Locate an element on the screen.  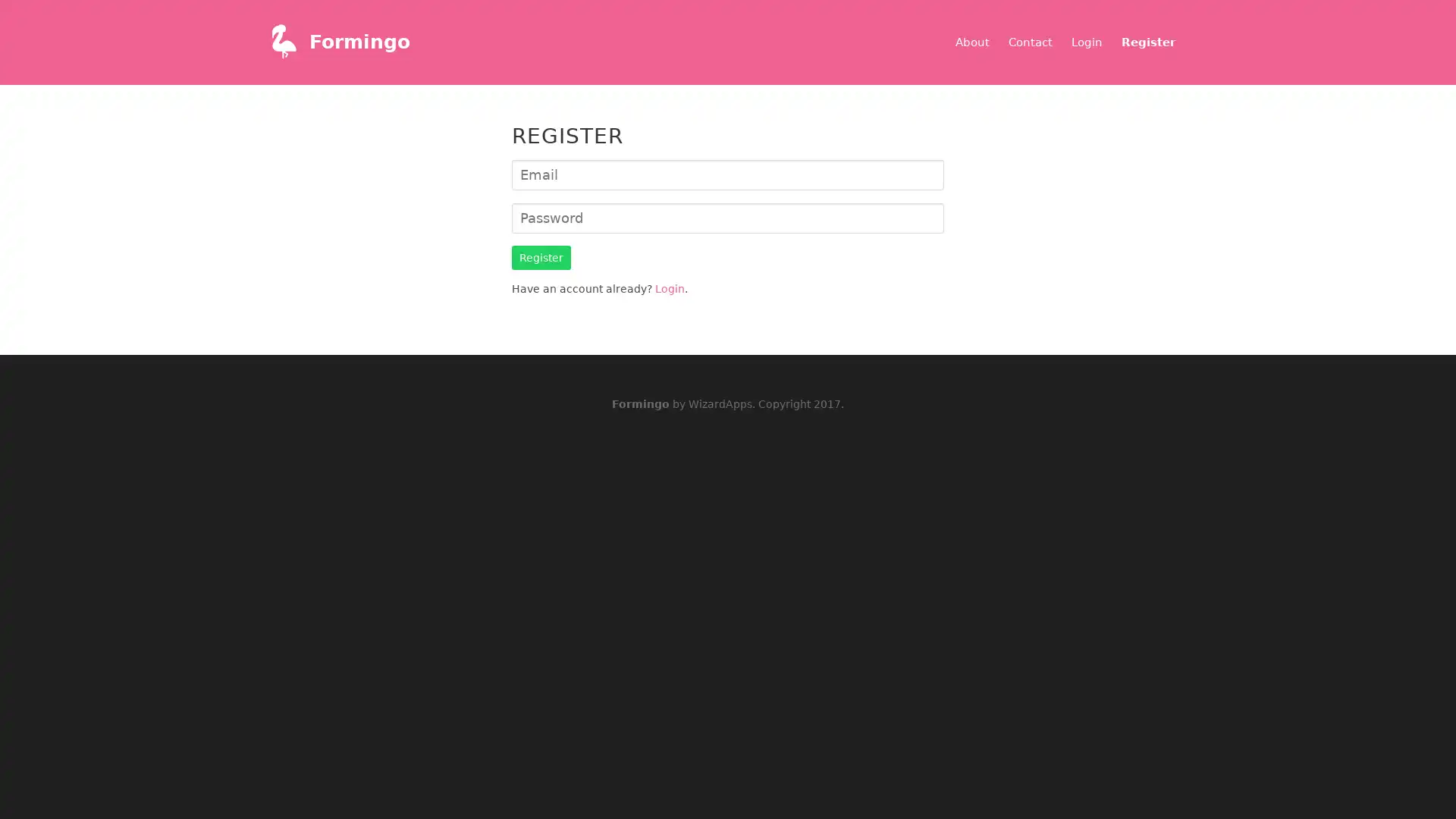
Register is located at coordinates (541, 256).